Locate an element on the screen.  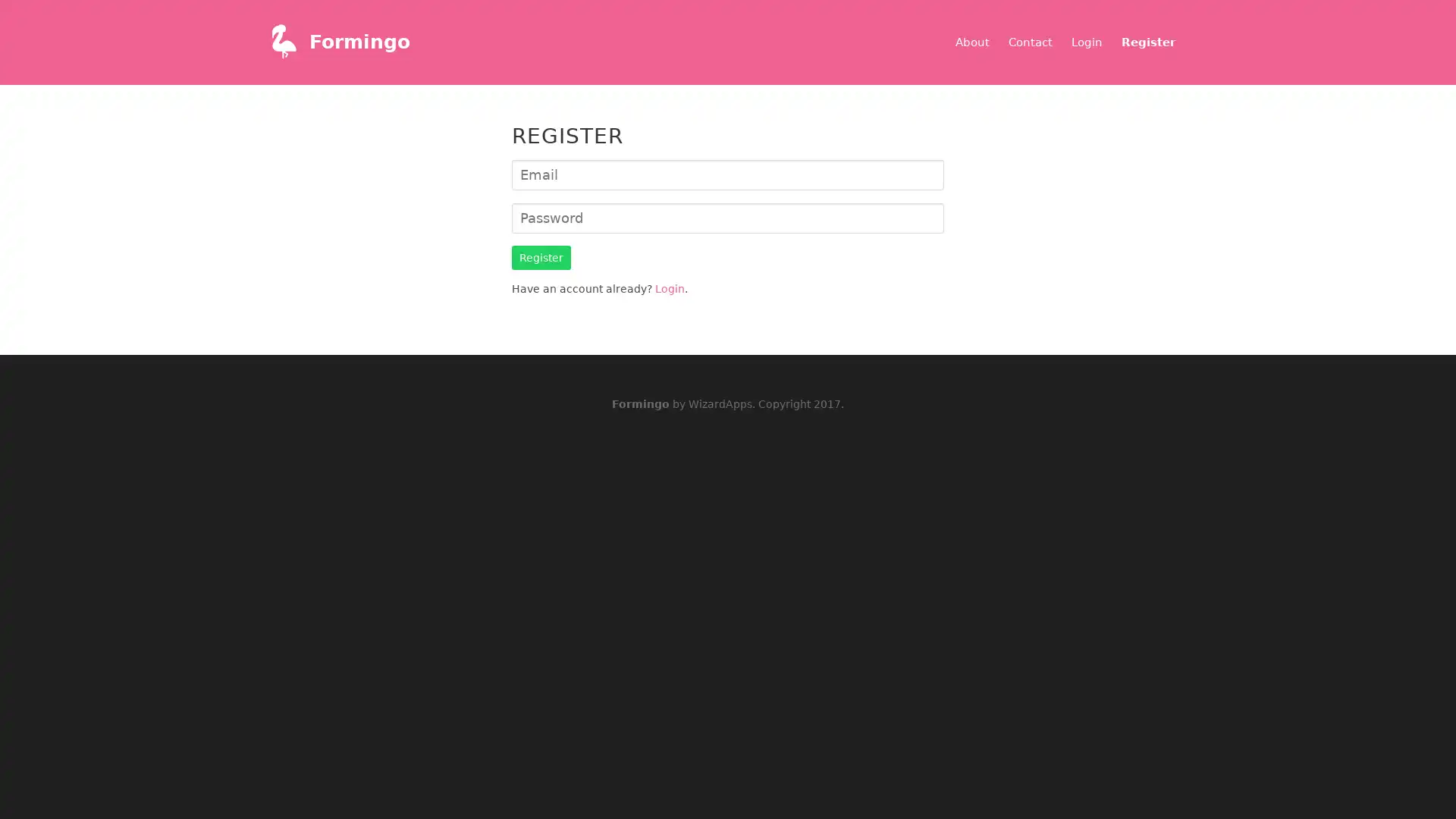
Register is located at coordinates (541, 256).